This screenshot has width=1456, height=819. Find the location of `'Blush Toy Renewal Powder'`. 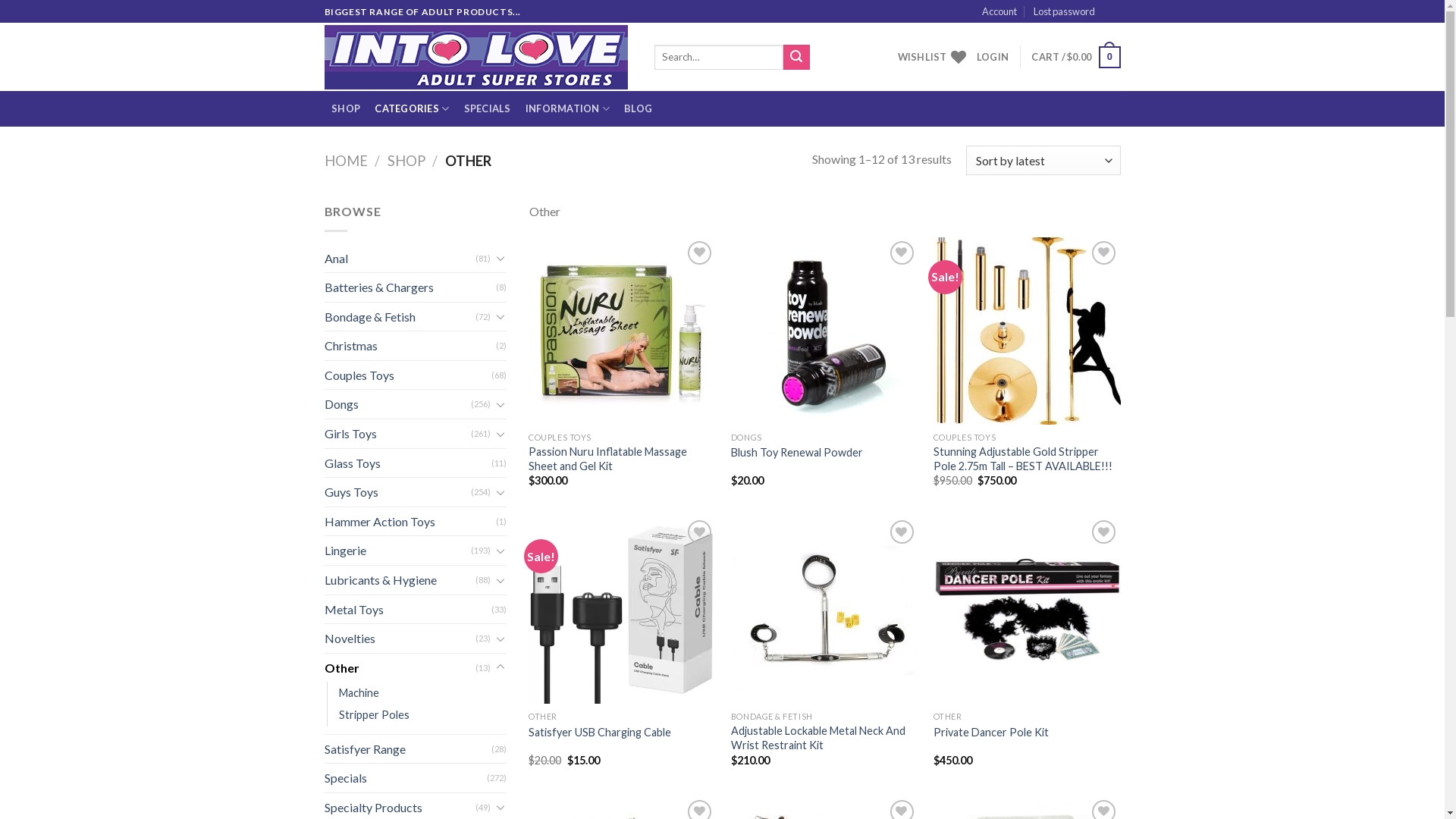

'Blush Toy Renewal Powder' is located at coordinates (796, 452).